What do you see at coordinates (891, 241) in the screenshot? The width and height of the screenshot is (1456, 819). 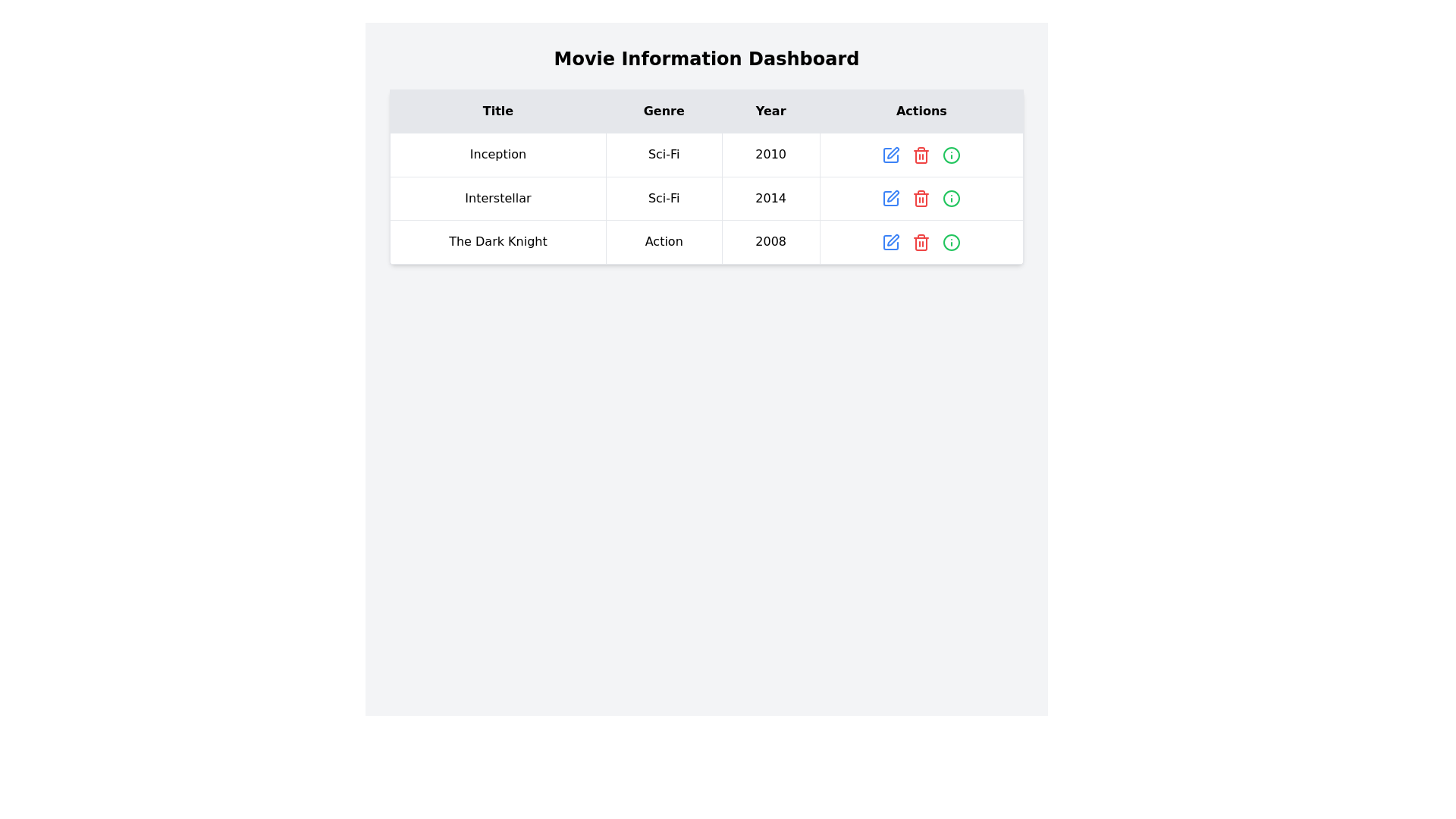 I see `the leftmost edit action icon in the 'Actions' column of the last row to initiate editing` at bounding box center [891, 241].